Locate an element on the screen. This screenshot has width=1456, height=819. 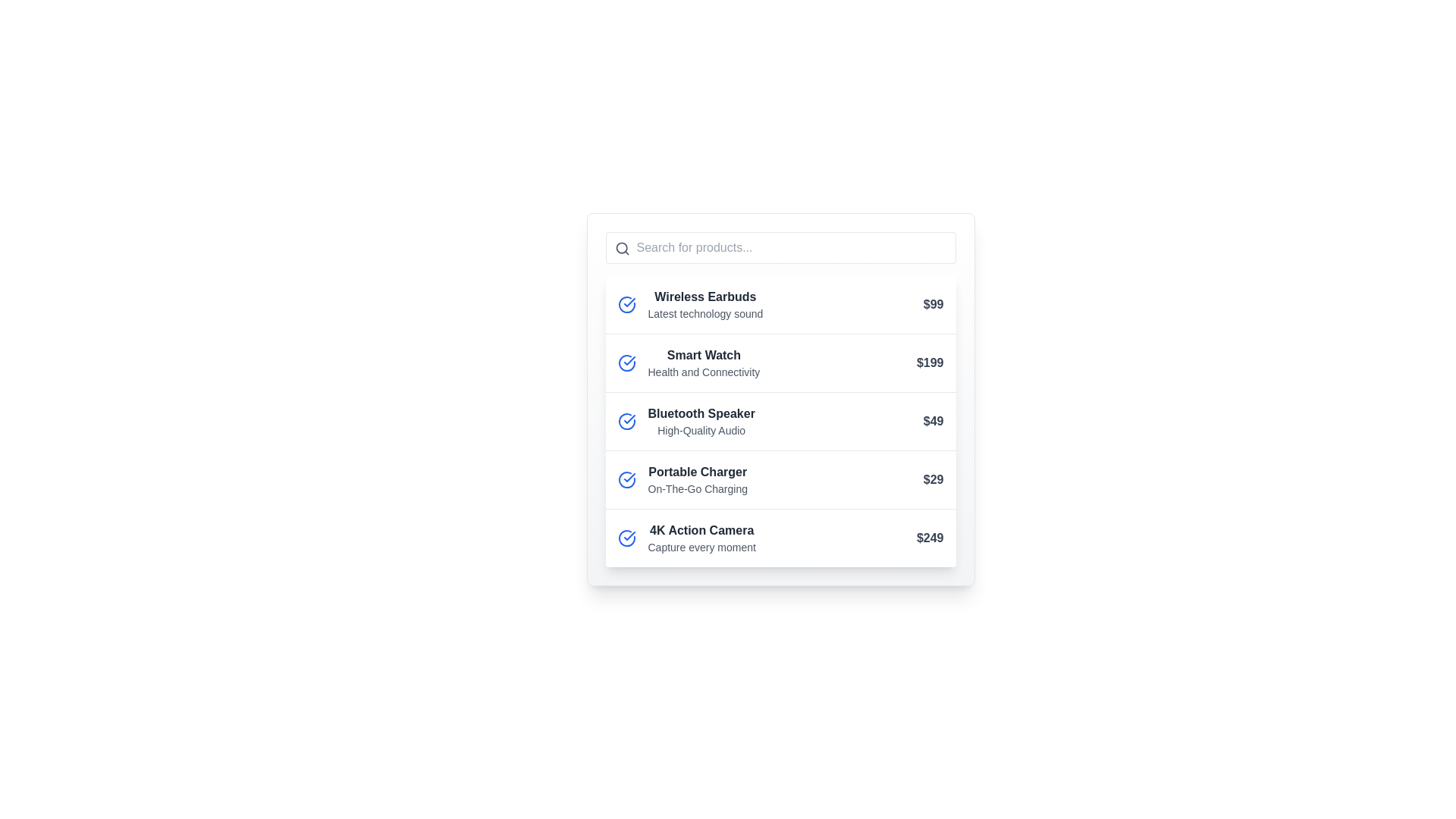
the visual indicator icon for the 'Bluetooth Speaker' located on the left side of the item, above the text 'High-Quality Audio' is located at coordinates (626, 421).